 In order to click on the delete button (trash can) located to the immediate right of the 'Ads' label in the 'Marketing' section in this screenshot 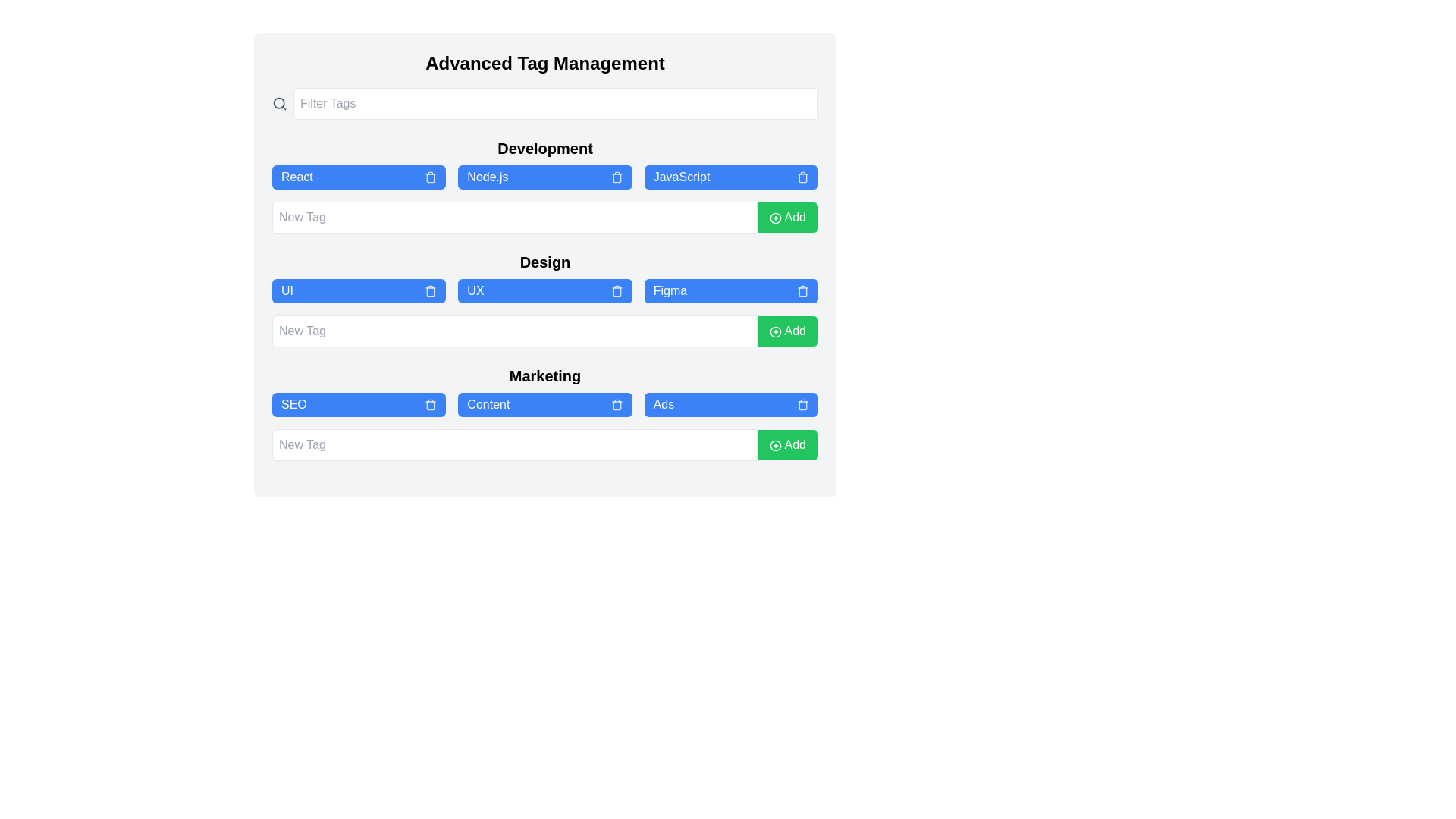, I will do `click(802, 403)`.